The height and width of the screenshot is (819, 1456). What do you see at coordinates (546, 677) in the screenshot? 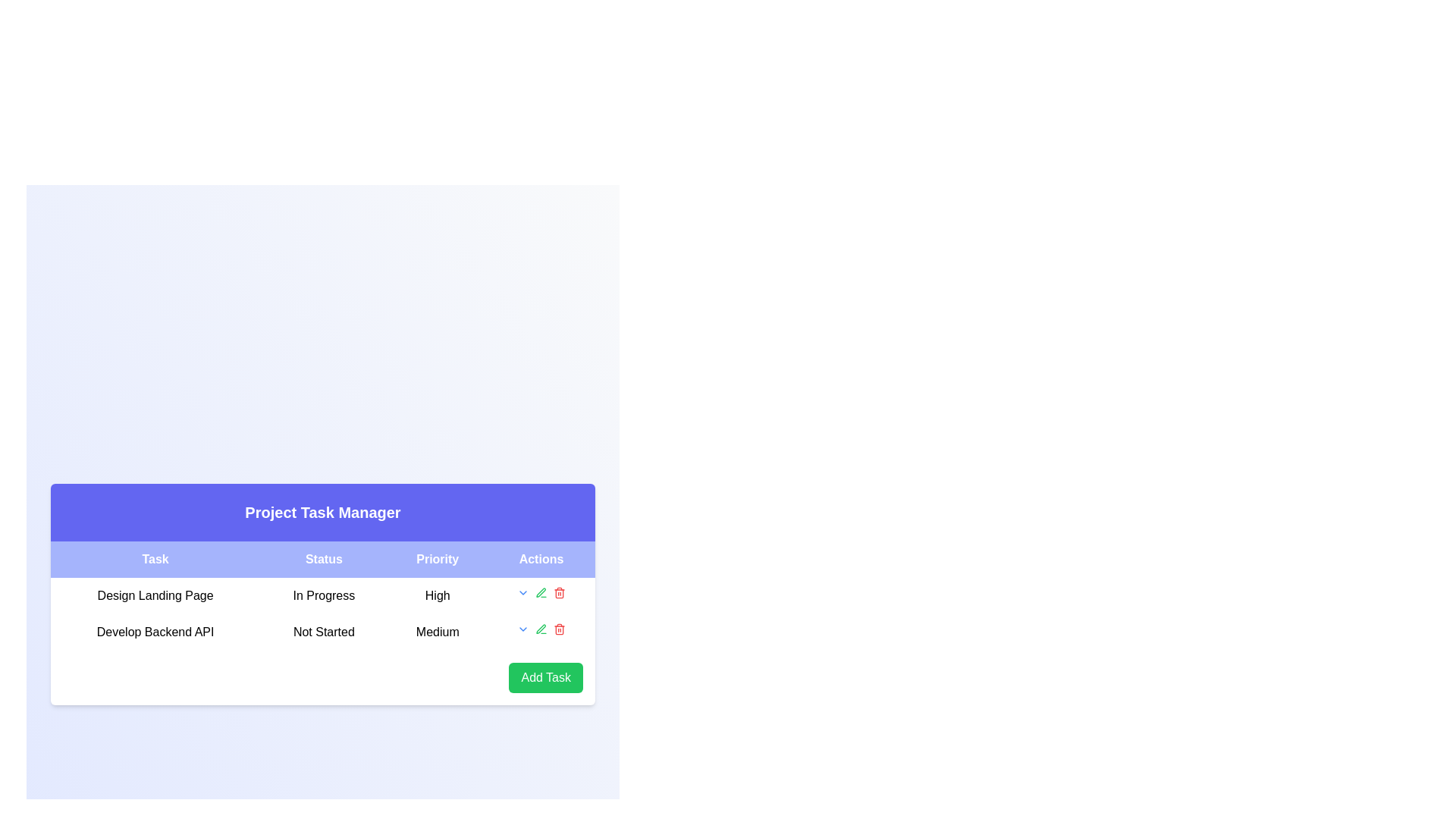
I see `the 'Add Task' button, which is a rectangular button with a green background and rounded corners` at bounding box center [546, 677].